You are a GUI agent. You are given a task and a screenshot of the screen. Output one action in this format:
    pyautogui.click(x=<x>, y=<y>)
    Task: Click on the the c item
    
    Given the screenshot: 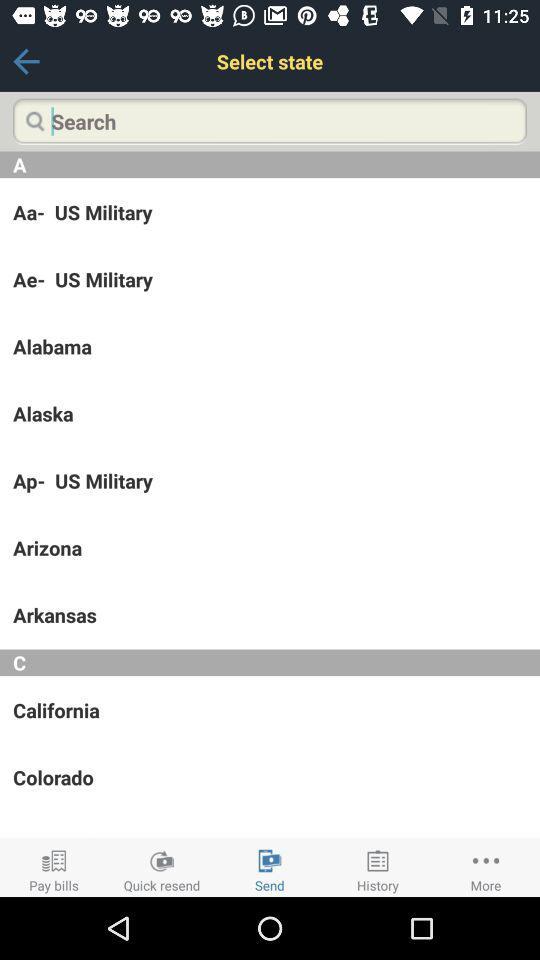 What is the action you would take?
    pyautogui.click(x=270, y=662)
    